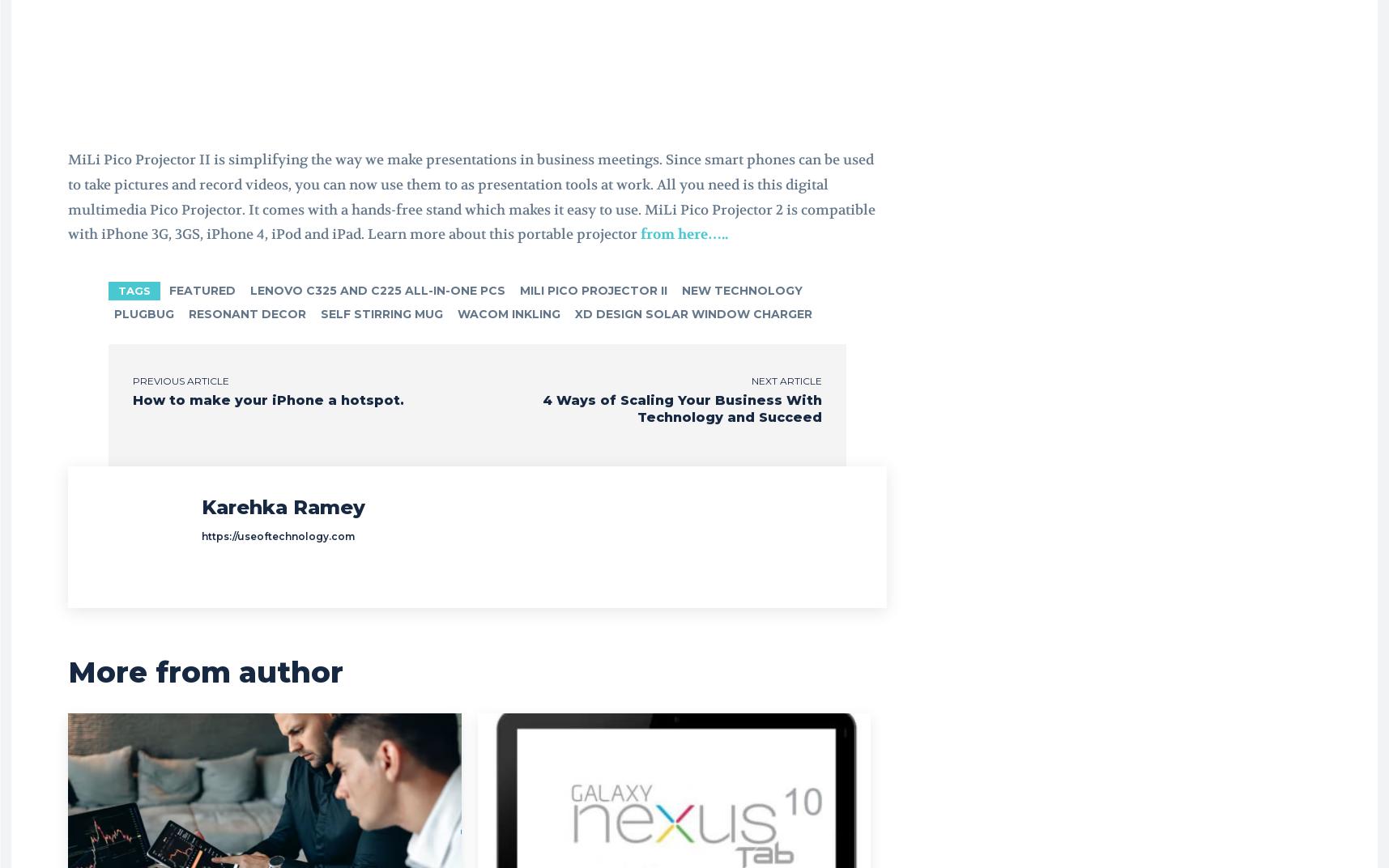 This screenshot has height=868, width=1389. Describe the element at coordinates (456, 313) in the screenshot. I see `'Wacom Inkling'` at that location.